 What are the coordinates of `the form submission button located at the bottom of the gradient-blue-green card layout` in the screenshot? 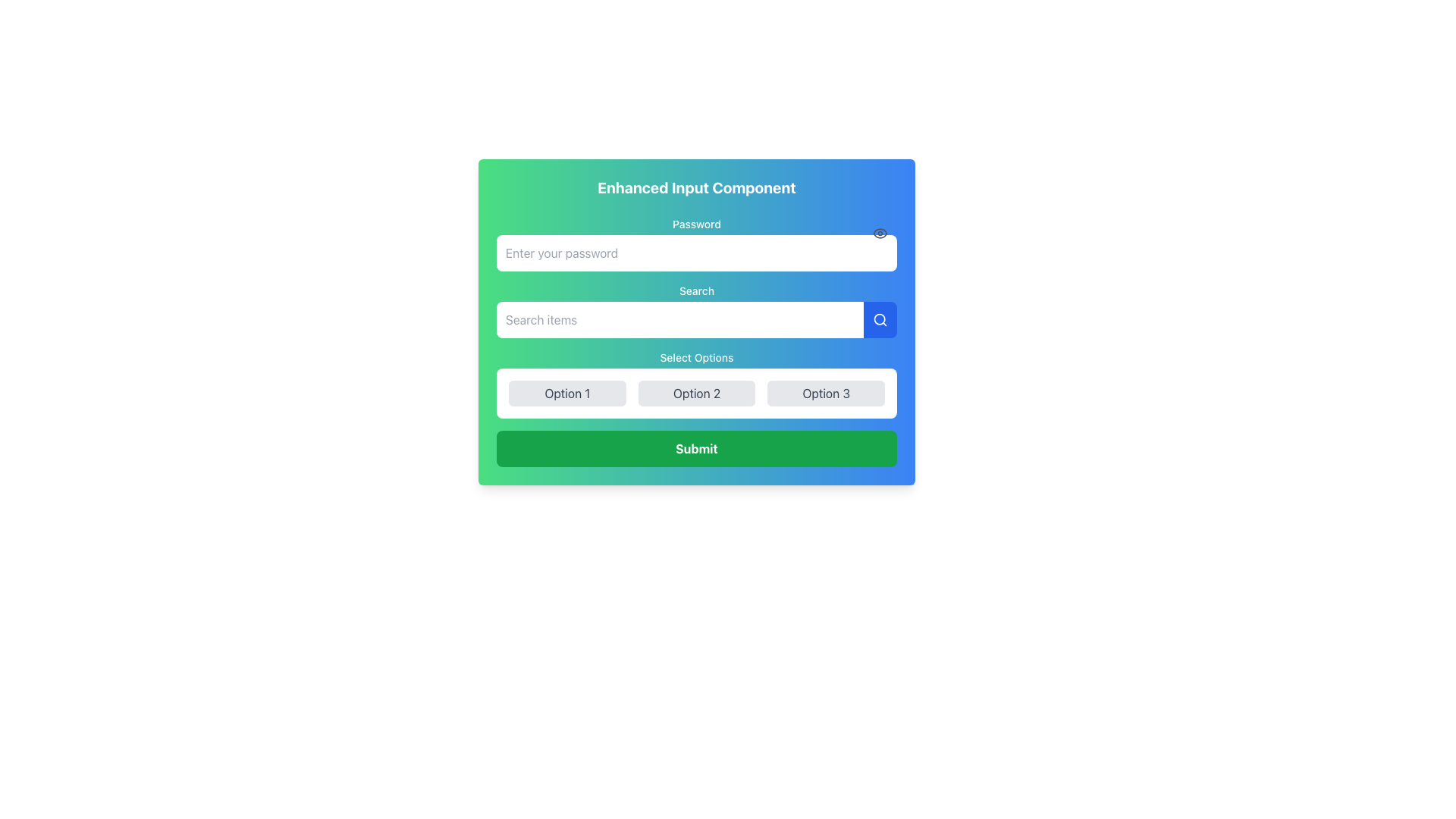 It's located at (695, 447).